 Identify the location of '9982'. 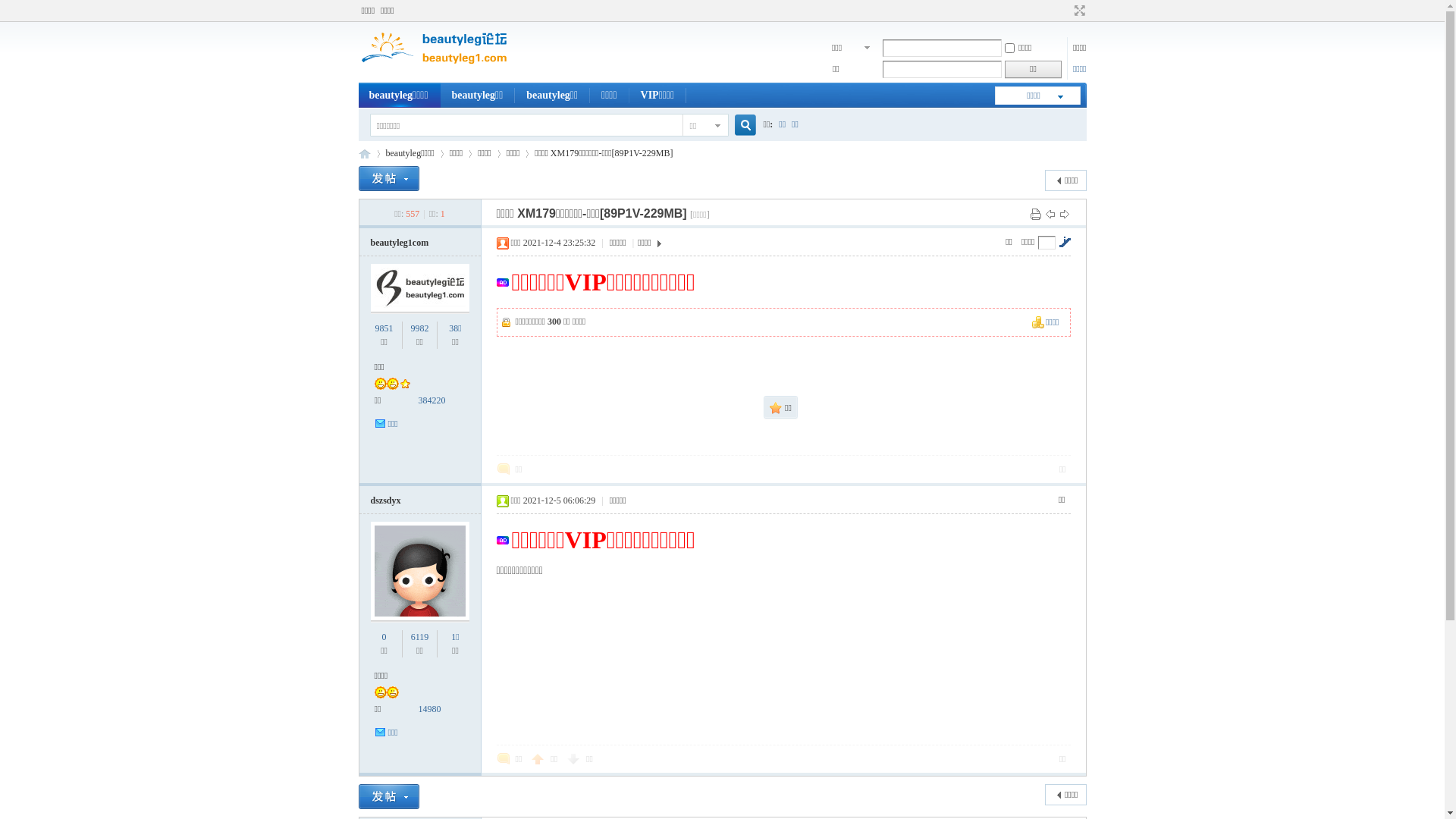
(419, 327).